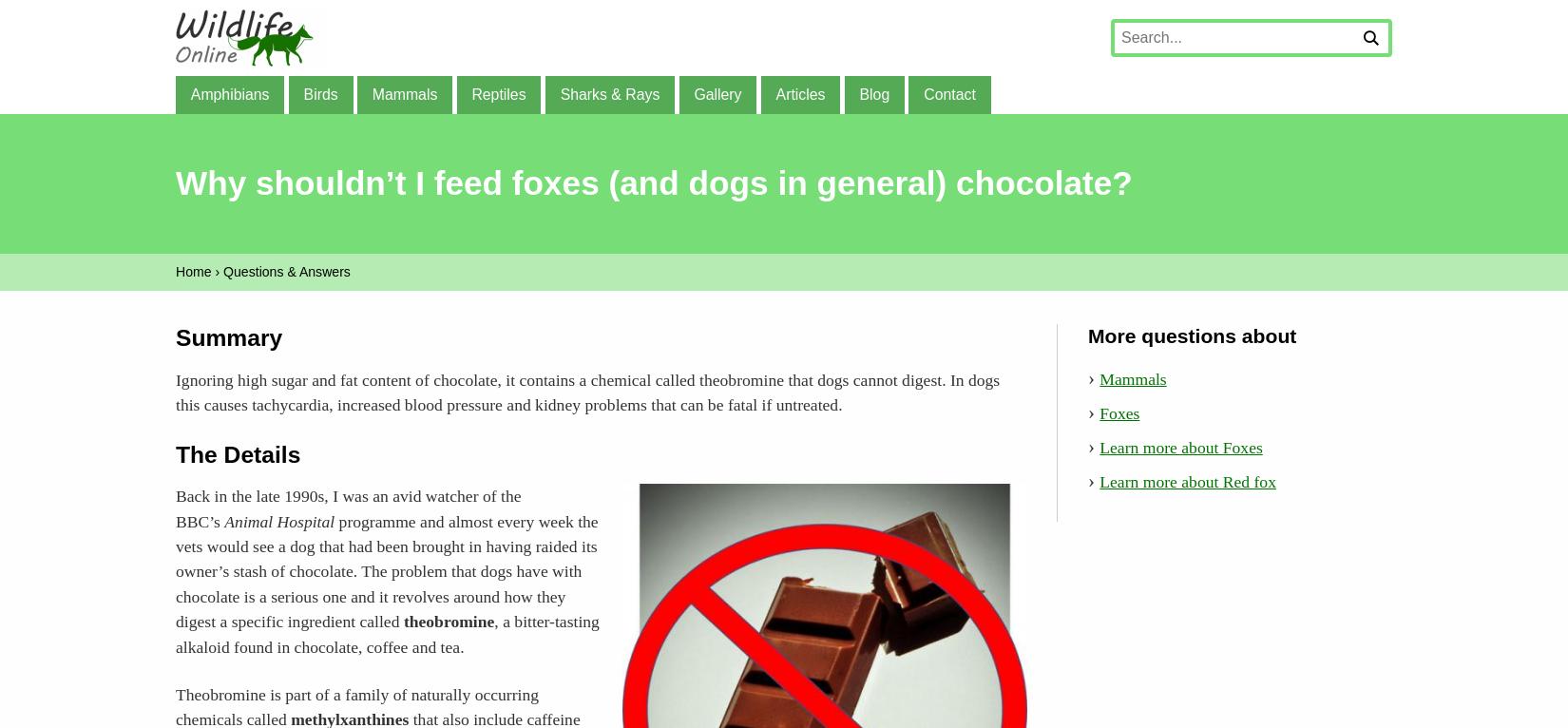  What do you see at coordinates (497, 92) in the screenshot?
I see `'Reptiles'` at bounding box center [497, 92].